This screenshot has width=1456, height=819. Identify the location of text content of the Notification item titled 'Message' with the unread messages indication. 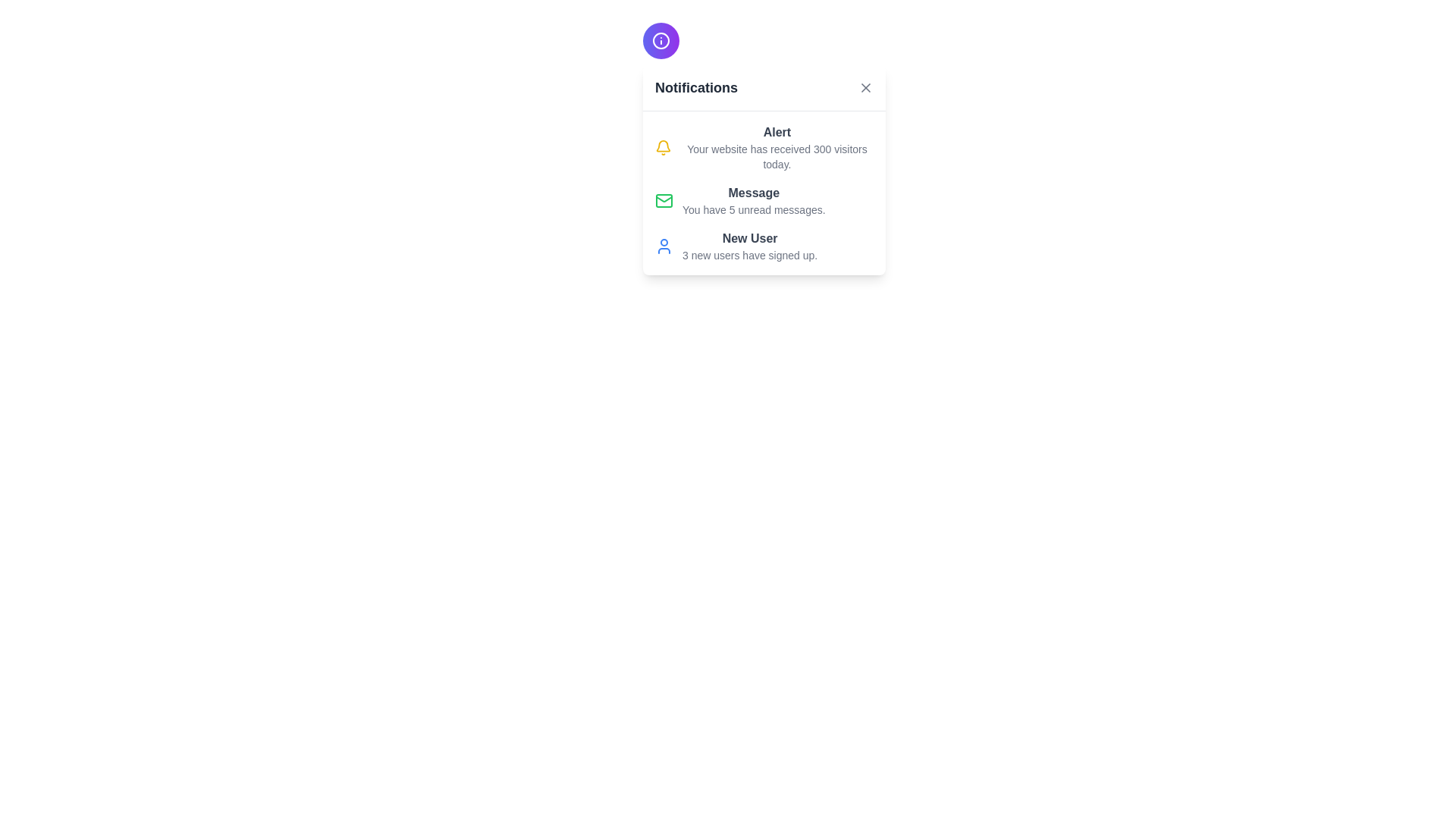
(764, 200).